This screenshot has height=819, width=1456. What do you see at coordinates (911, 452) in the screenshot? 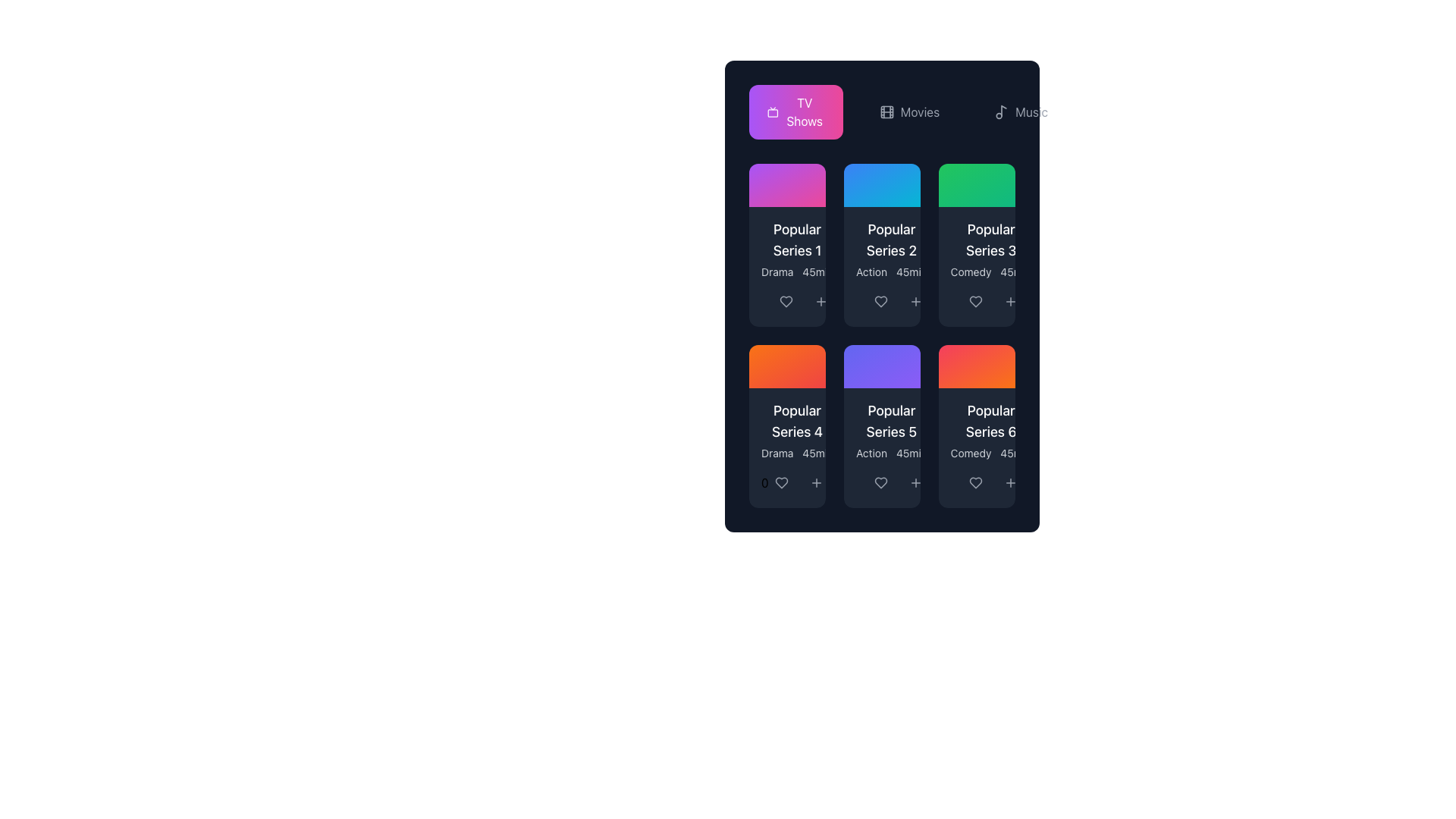
I see `text label indicating the duration of '45 minutes' located at the bottom of the card titled 'Popular Series 5' in the grid layout` at bounding box center [911, 452].